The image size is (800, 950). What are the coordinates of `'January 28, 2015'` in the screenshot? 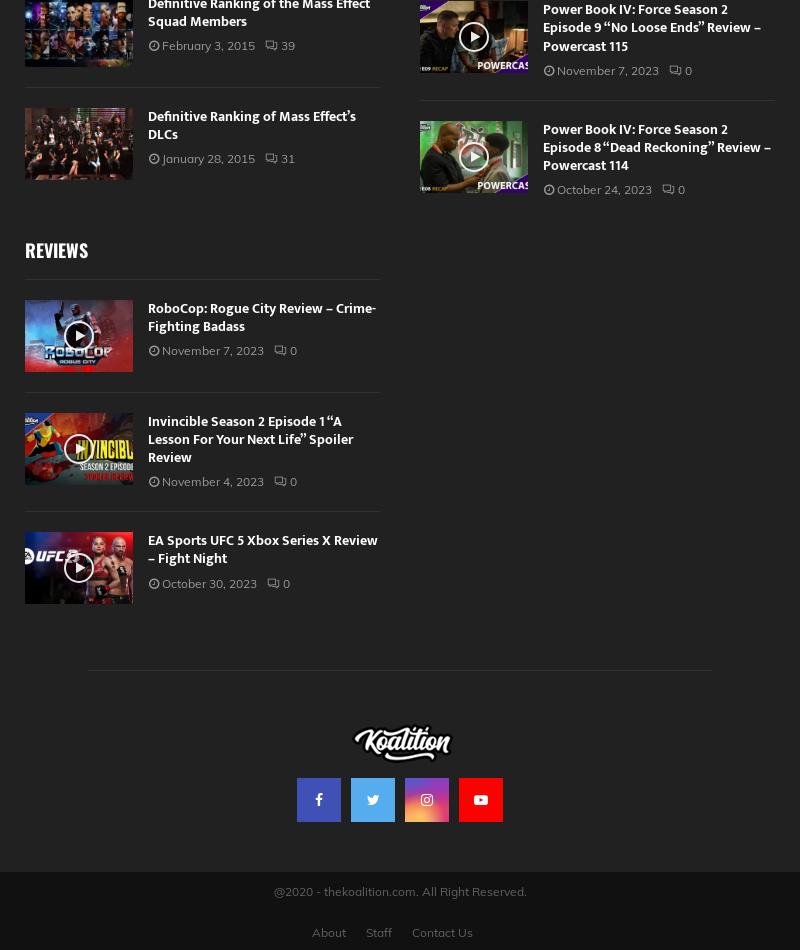 It's located at (208, 157).